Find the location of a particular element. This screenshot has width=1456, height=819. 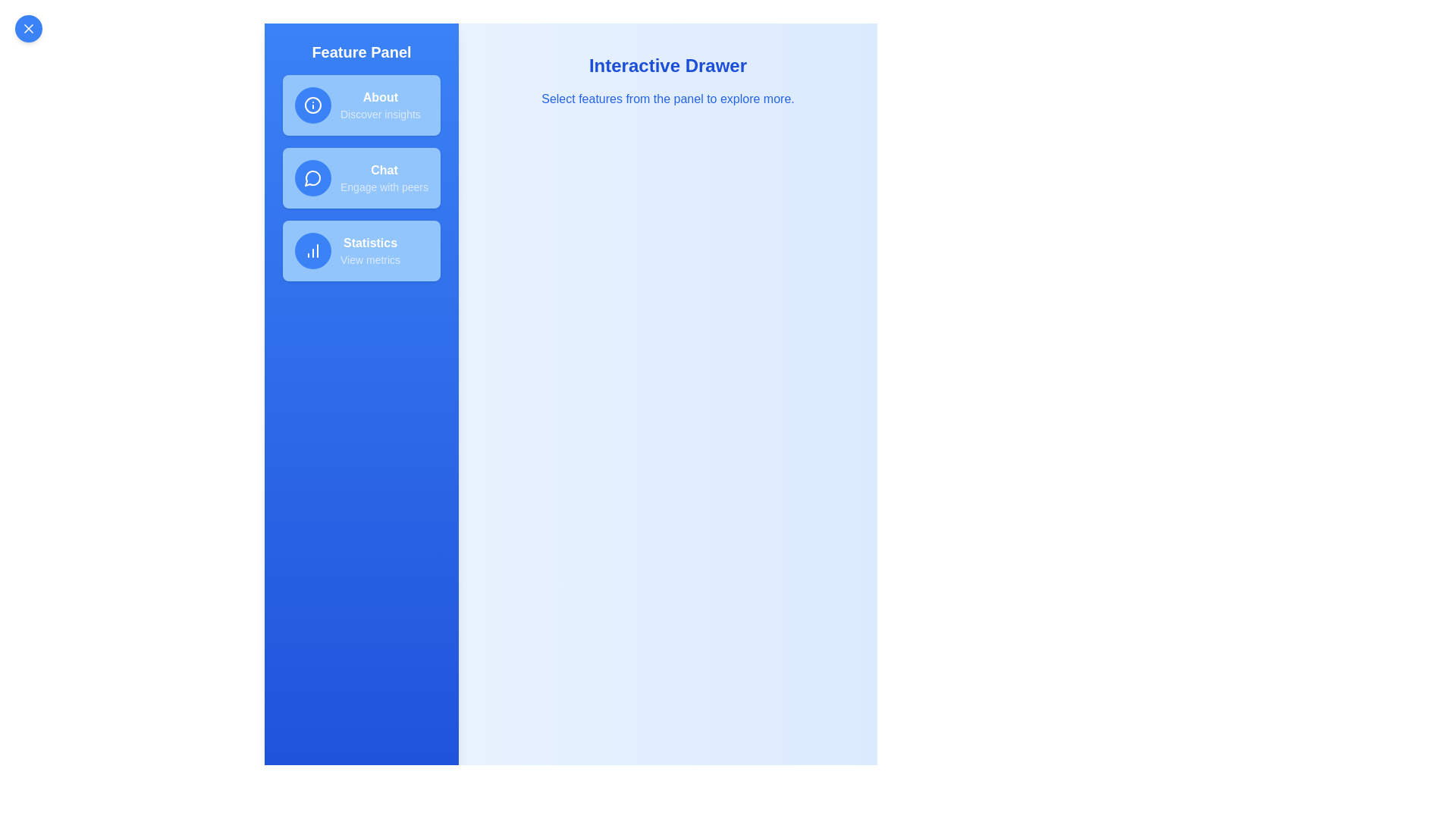

the toggle button to toggle the drawer open or closed is located at coordinates (29, 29).